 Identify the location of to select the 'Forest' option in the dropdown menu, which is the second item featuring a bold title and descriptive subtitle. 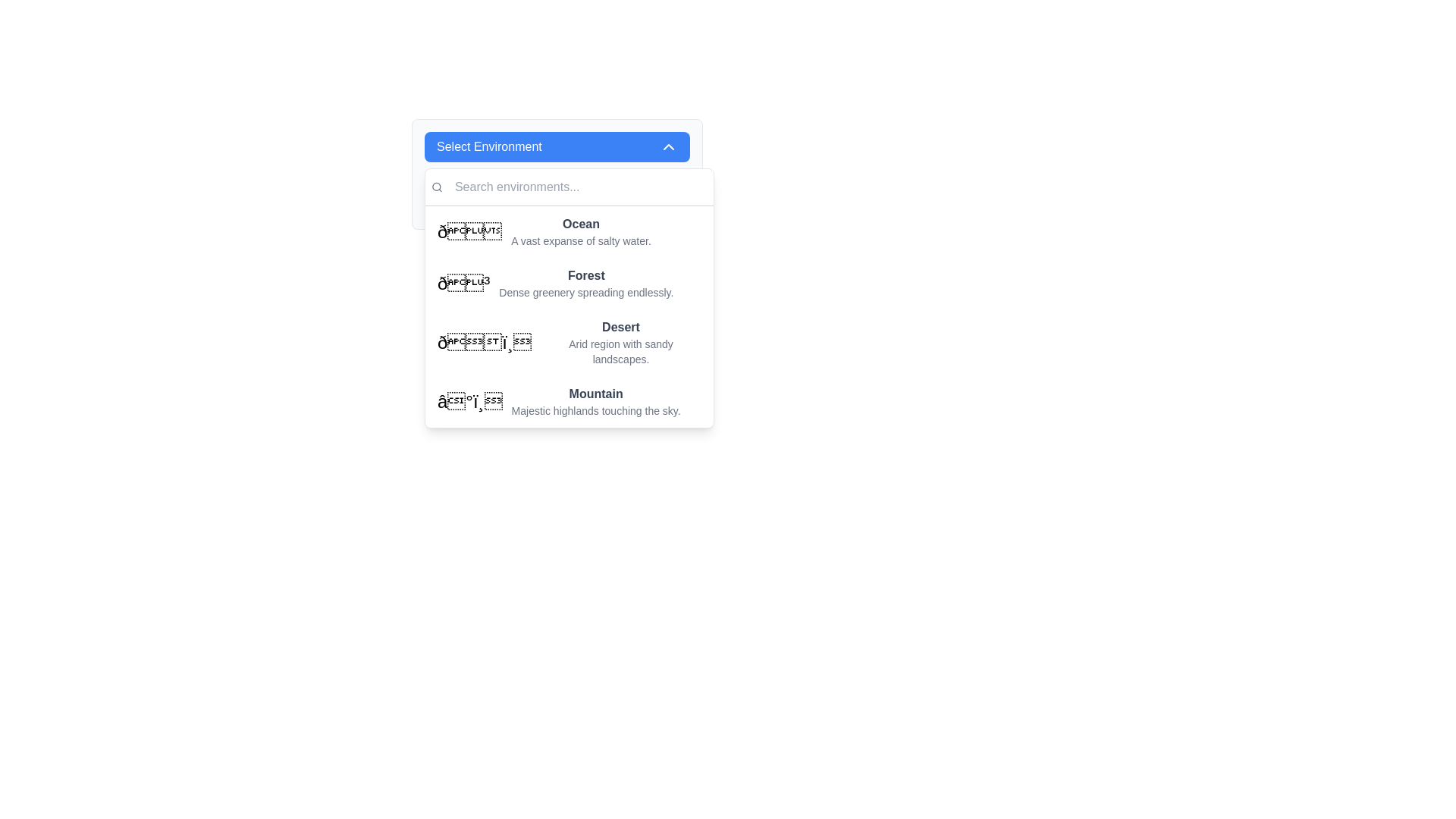
(554, 284).